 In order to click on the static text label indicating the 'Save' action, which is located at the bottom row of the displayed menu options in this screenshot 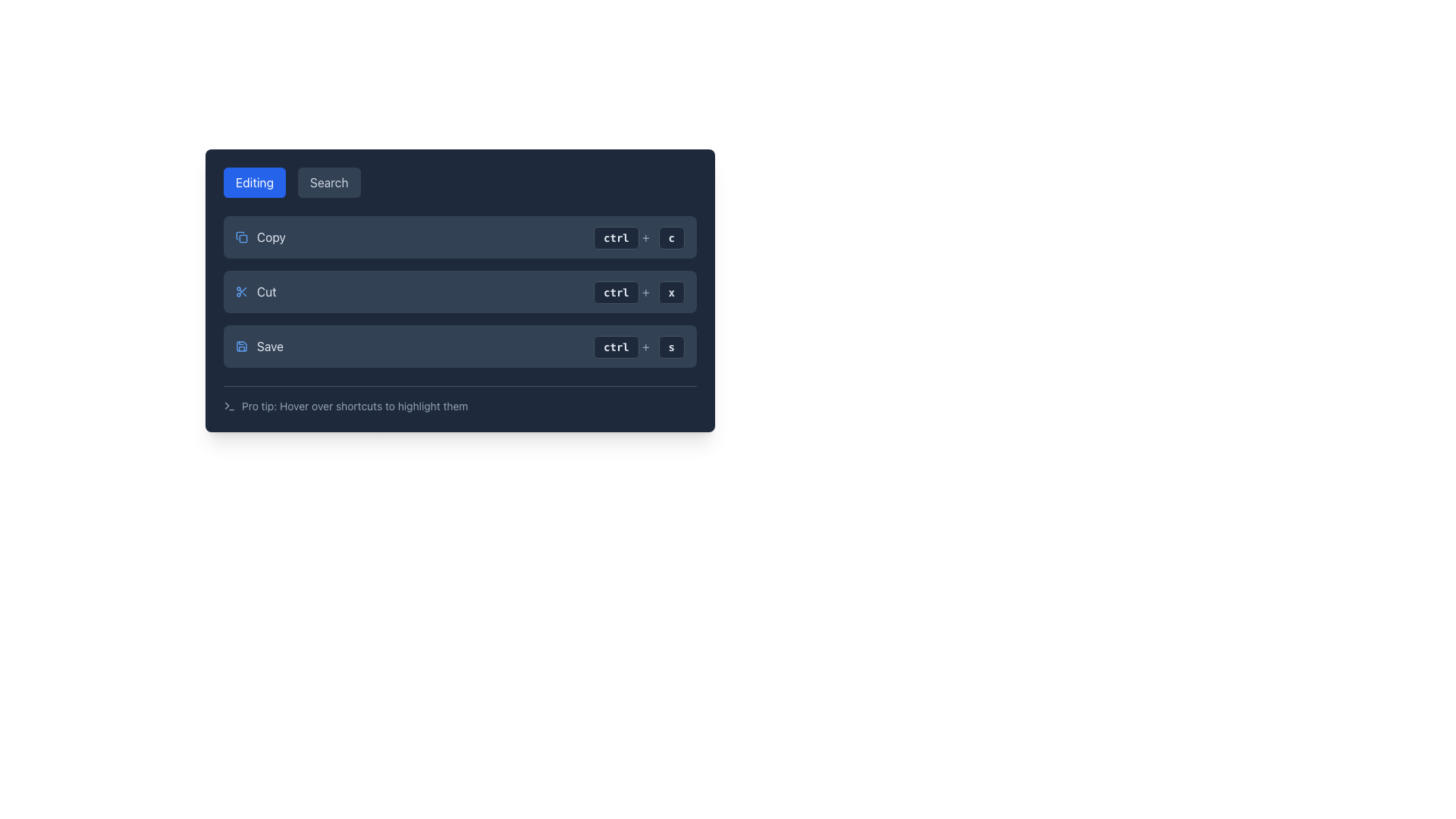, I will do `click(270, 346)`.